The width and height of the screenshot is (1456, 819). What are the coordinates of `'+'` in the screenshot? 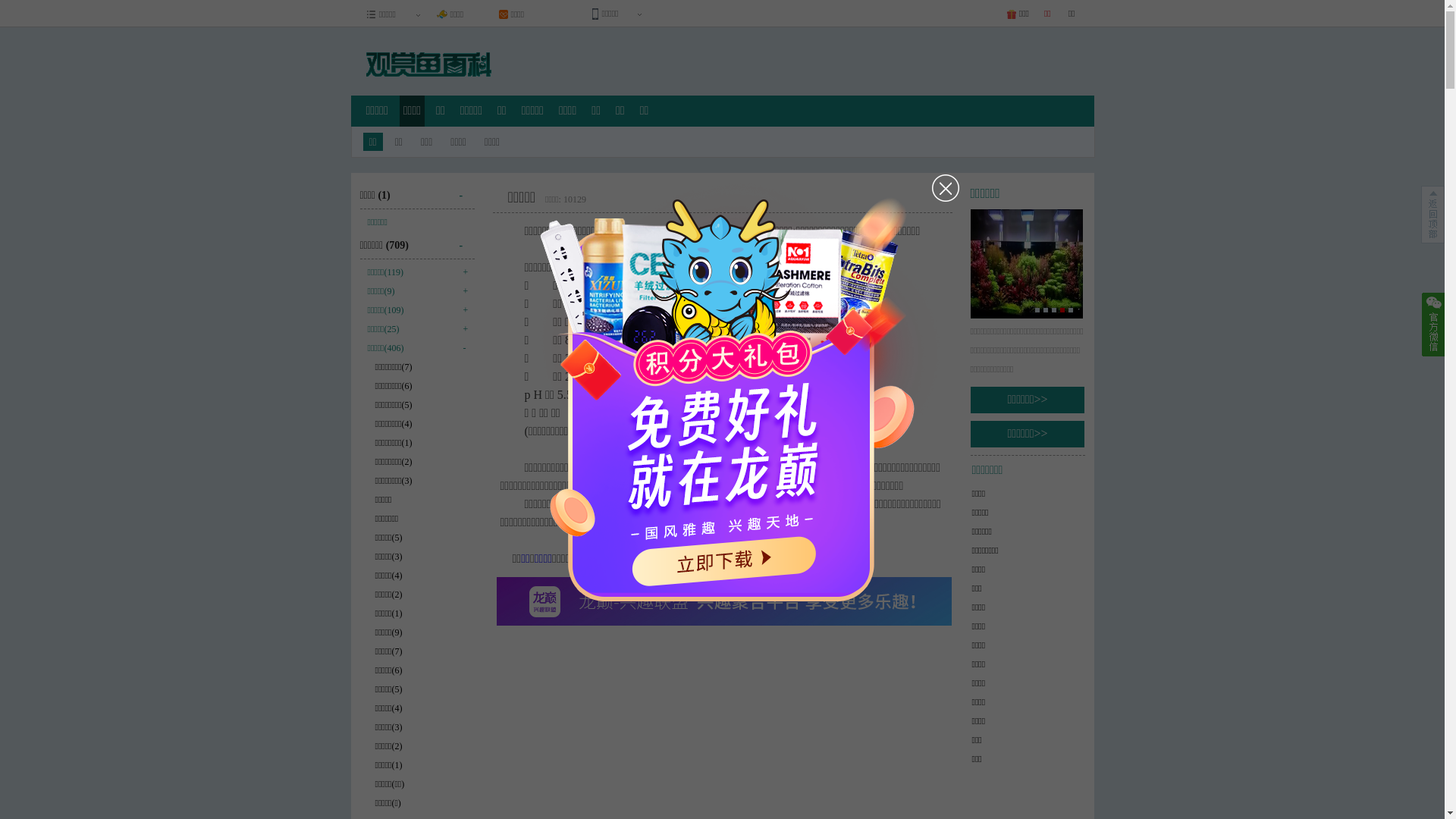 It's located at (461, 308).